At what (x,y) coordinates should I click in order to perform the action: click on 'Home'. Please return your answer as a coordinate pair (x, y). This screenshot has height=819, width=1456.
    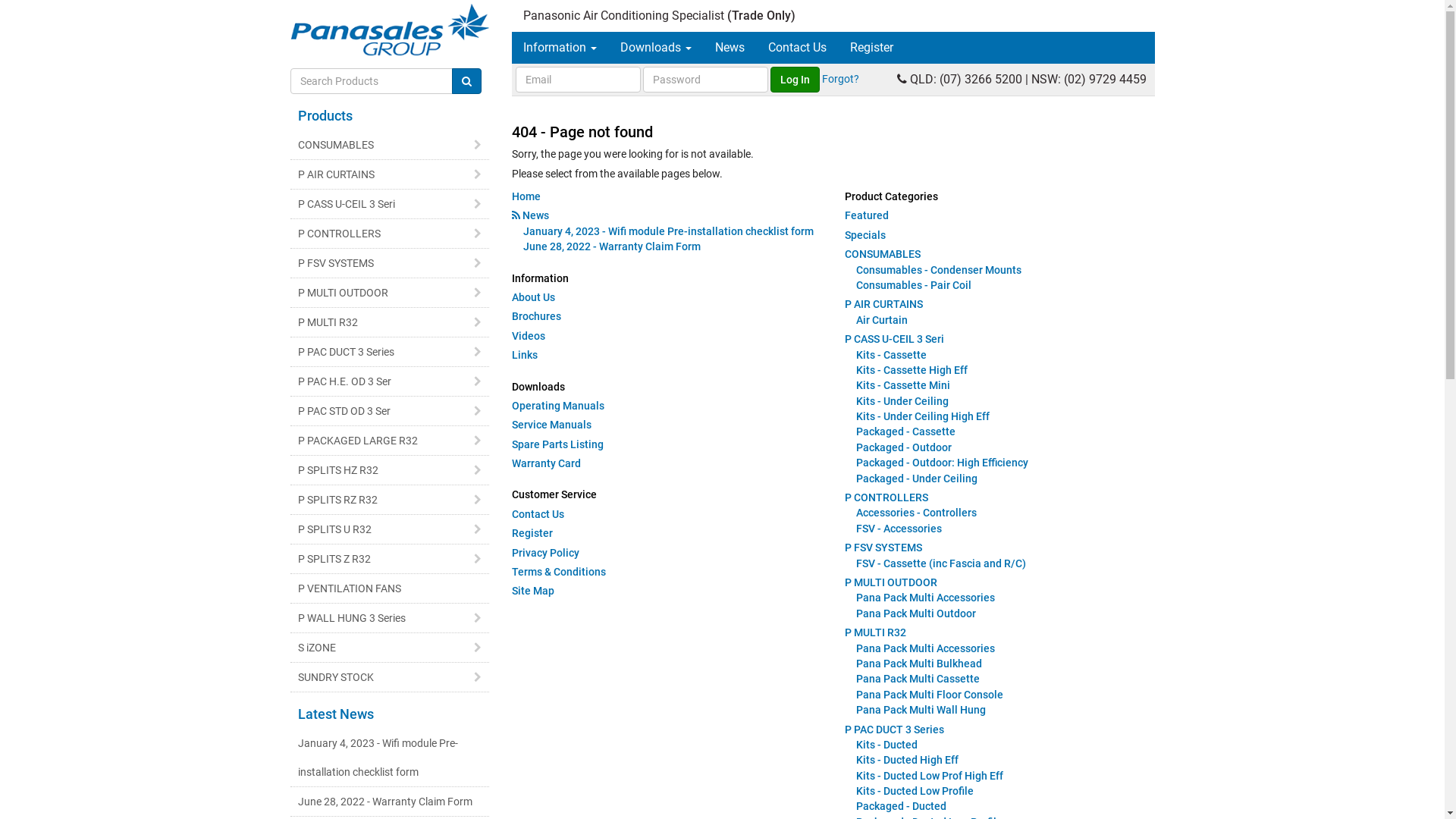
    Looking at the image, I should click on (512, 195).